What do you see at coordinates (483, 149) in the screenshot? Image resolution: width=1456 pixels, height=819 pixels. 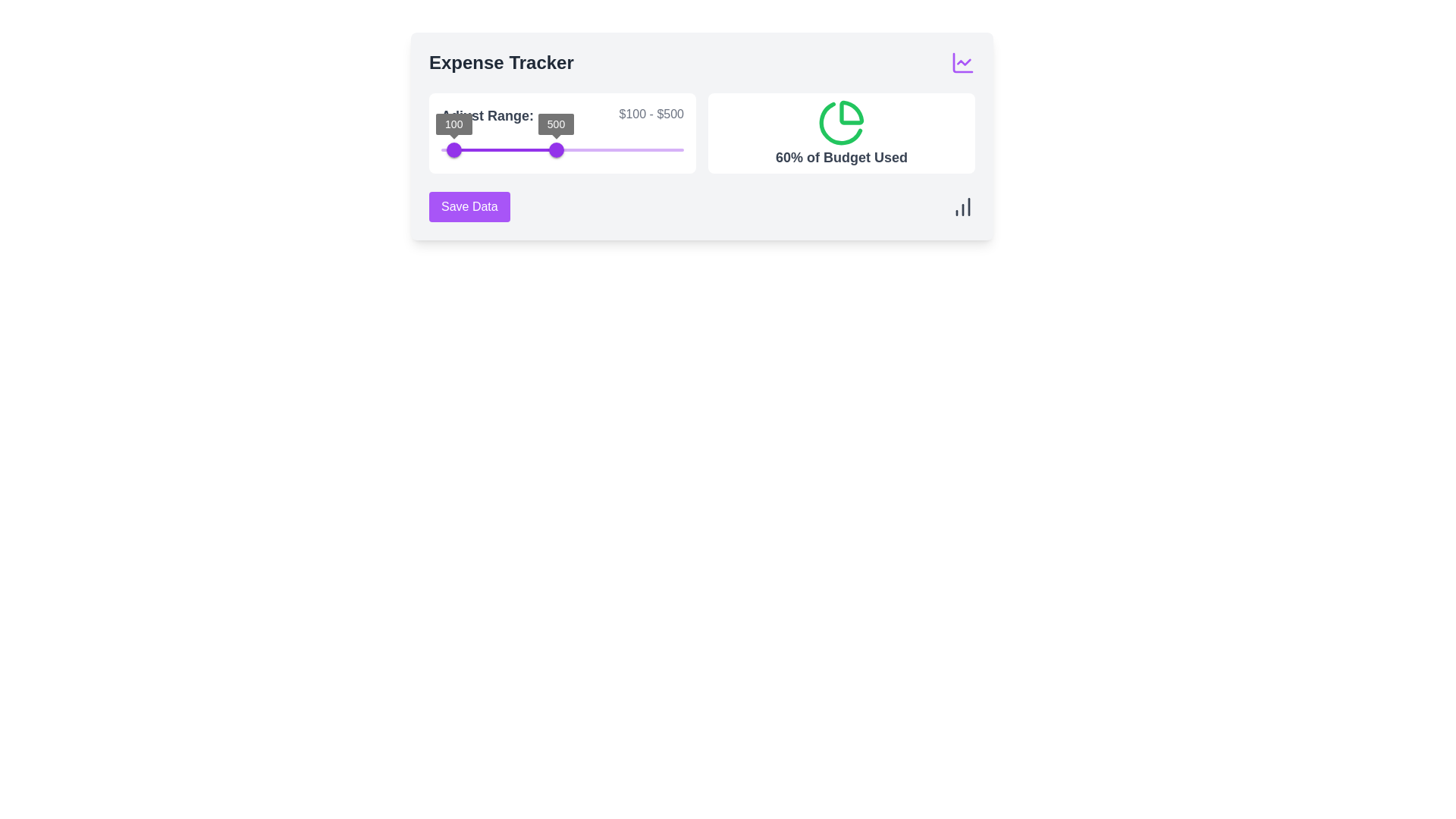 I see `the slider` at bounding box center [483, 149].